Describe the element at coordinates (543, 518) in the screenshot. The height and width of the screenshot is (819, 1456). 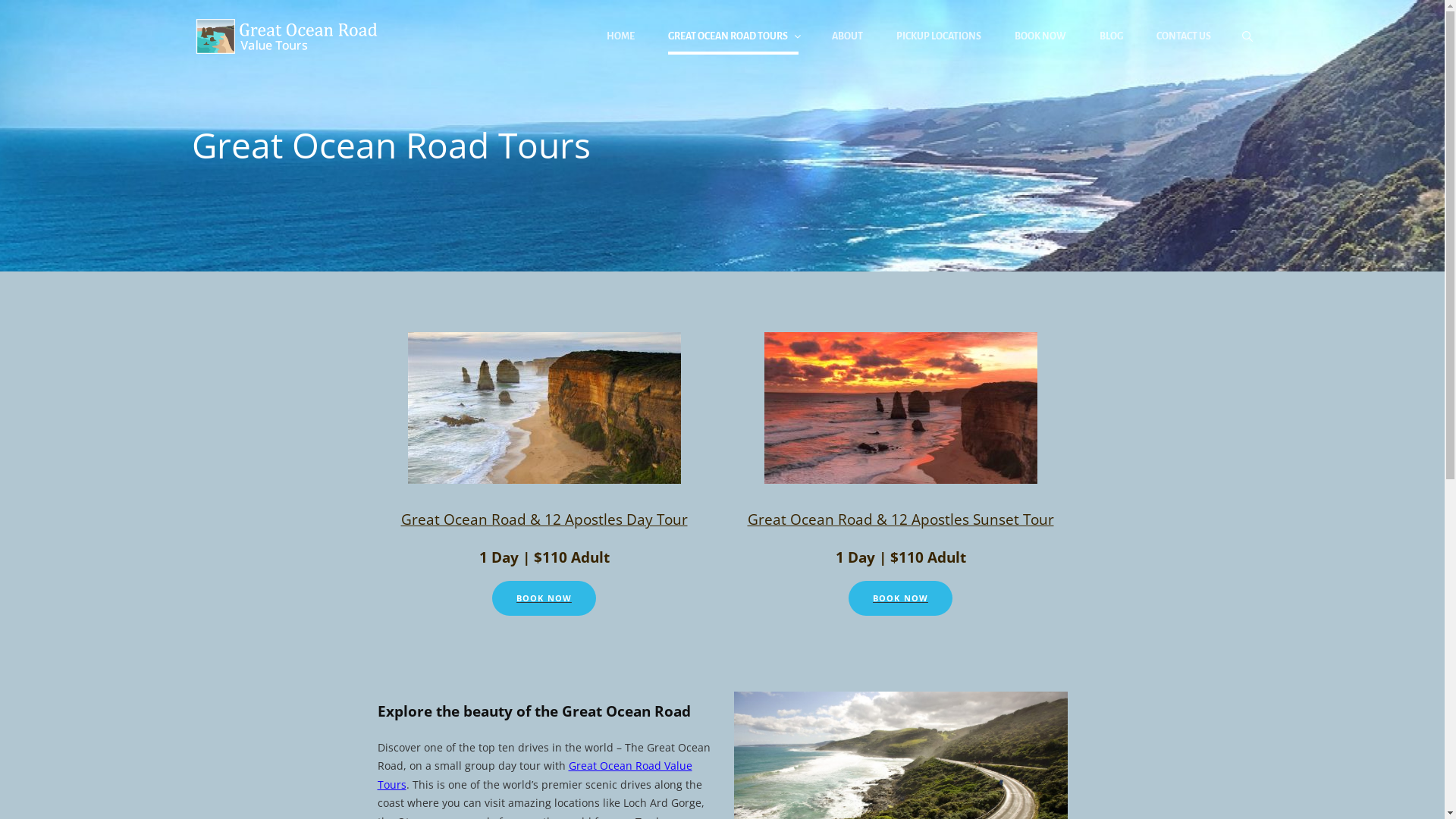
I see `'Great Ocean Road & 12 Apostles Day Tour'` at that location.